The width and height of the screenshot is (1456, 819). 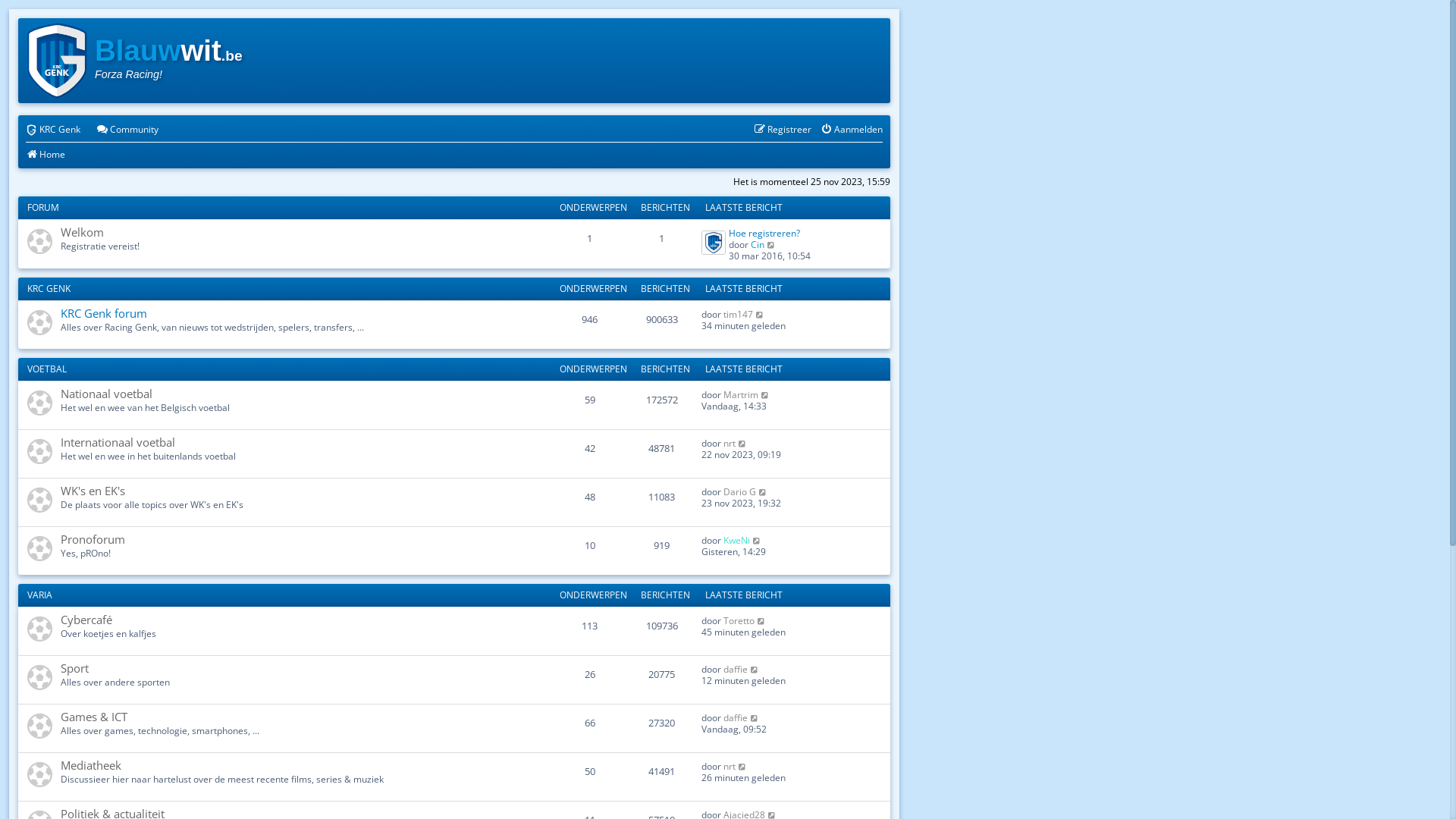 What do you see at coordinates (103, 312) in the screenshot?
I see `'KRC Genk forum'` at bounding box center [103, 312].